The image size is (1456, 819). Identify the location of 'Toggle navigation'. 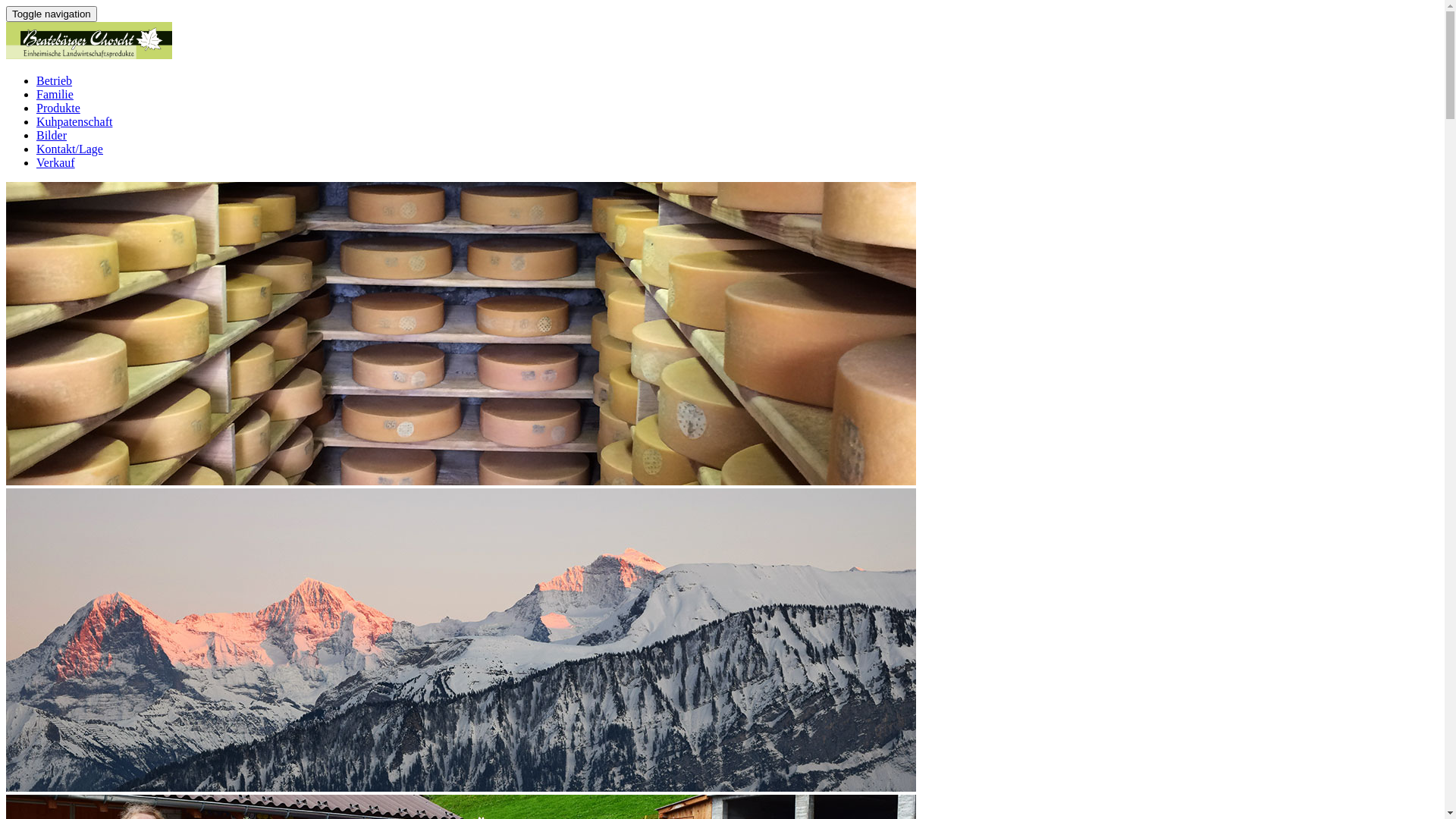
(51, 14).